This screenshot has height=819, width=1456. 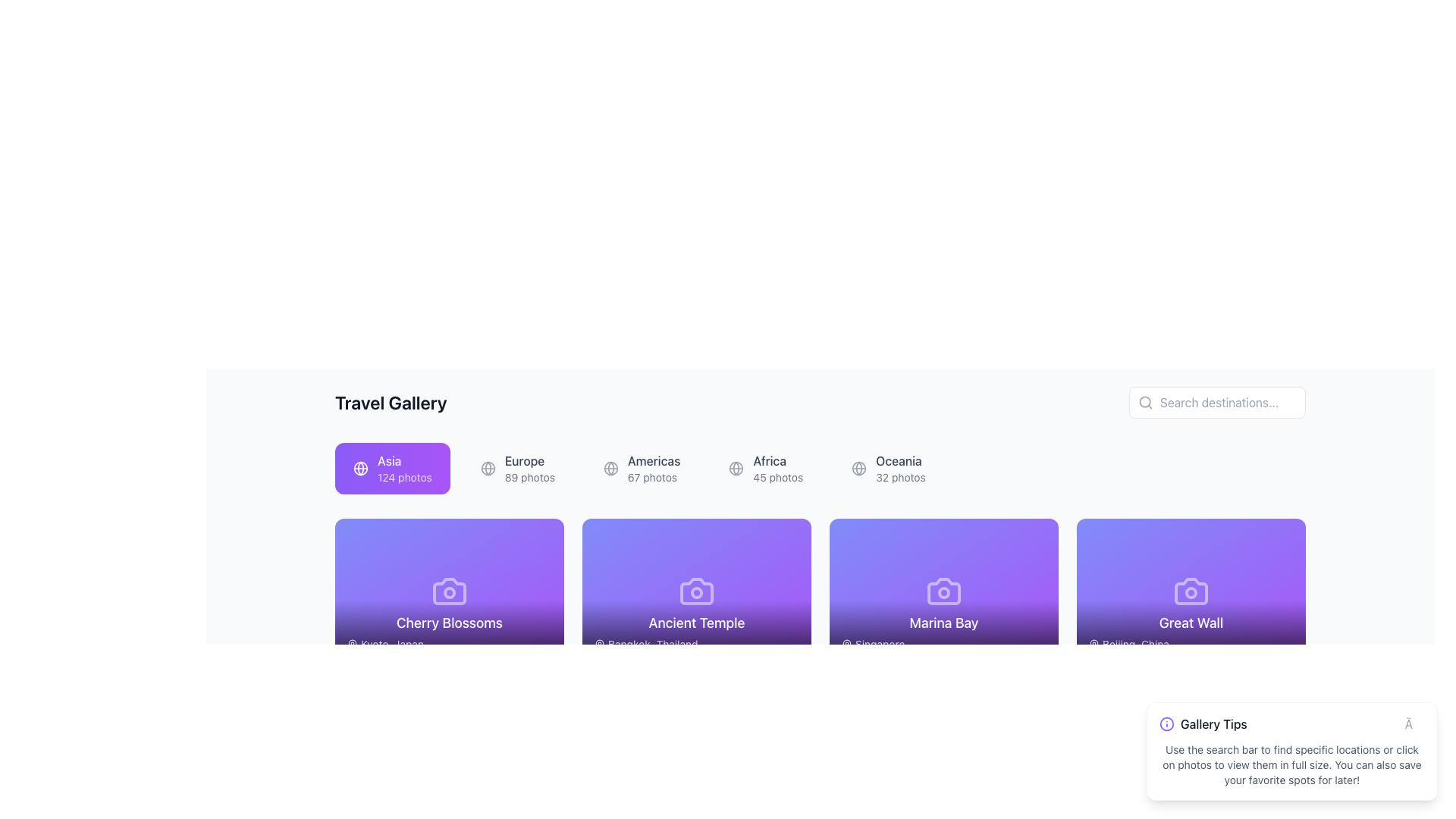 What do you see at coordinates (943, 590) in the screenshot?
I see `the photography icon located at the top of the 'Marina Bay' card, which is the third card in a horizontal arrangement of cards labeled with location titles` at bounding box center [943, 590].